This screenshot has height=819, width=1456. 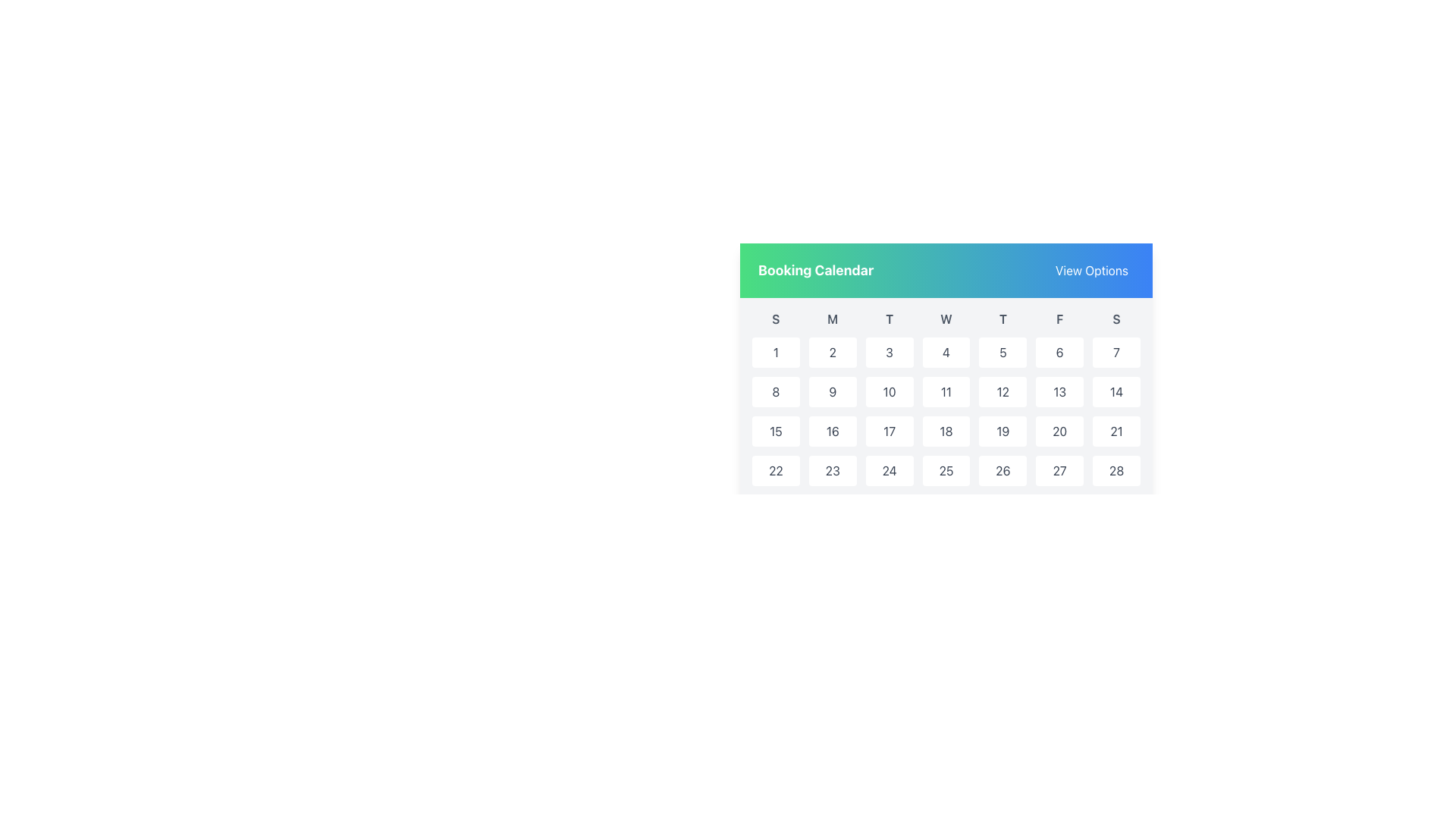 What do you see at coordinates (776, 318) in the screenshot?
I see `the bold gray character 'S' located in the first column of the top row of the calendar grid` at bounding box center [776, 318].